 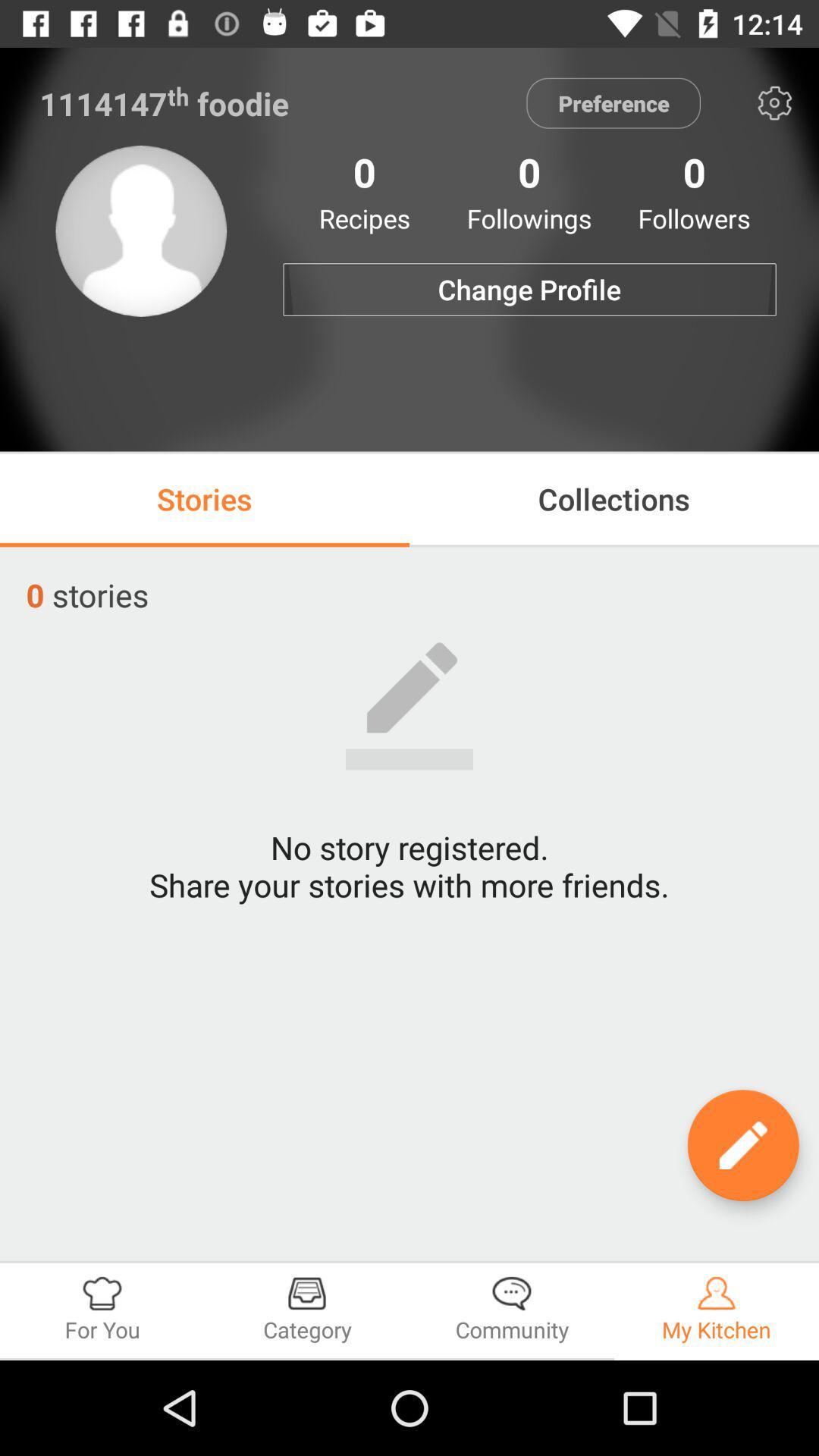 I want to click on icon below recipes icon, so click(x=529, y=290).